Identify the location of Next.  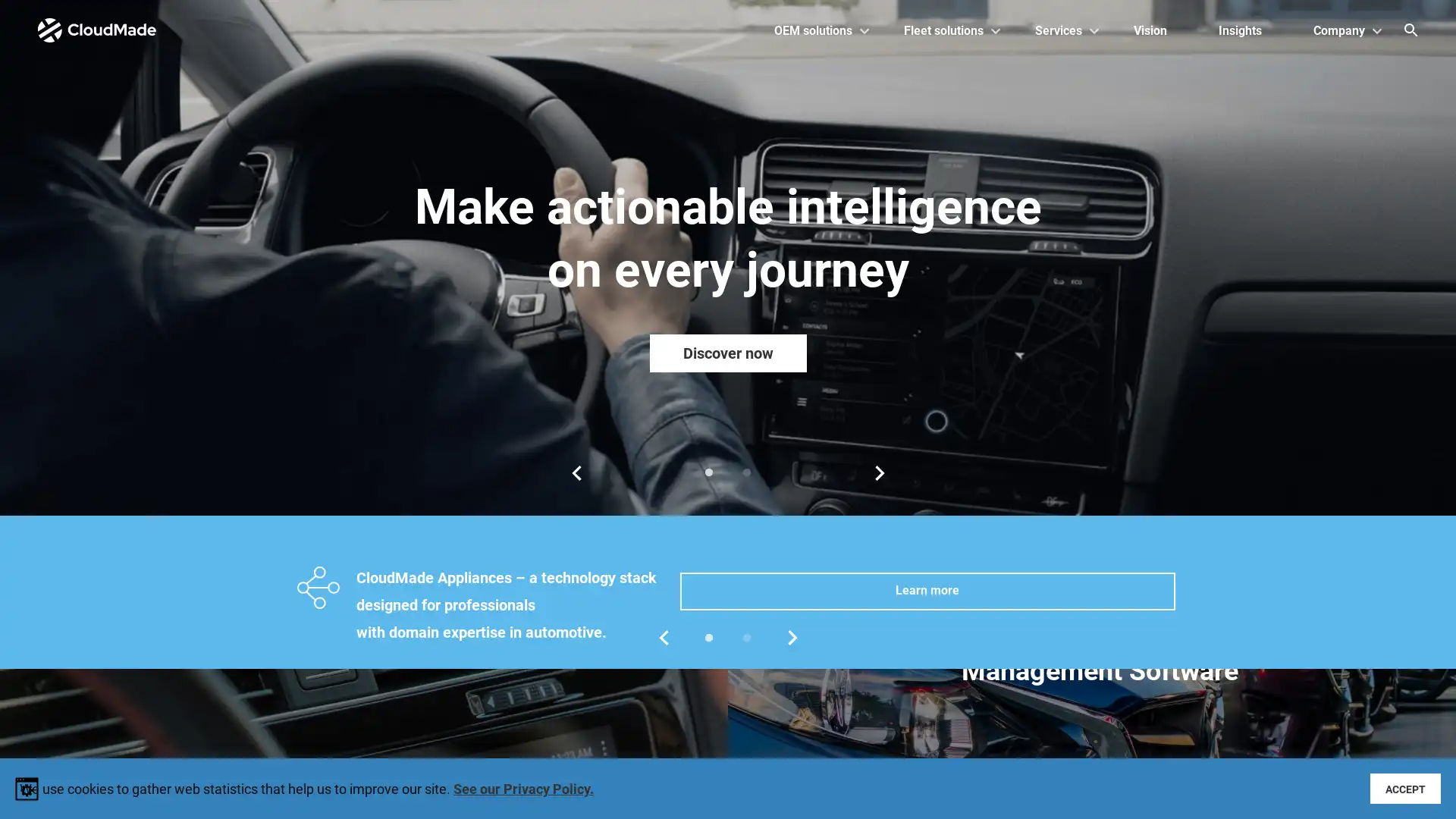
(880, 472).